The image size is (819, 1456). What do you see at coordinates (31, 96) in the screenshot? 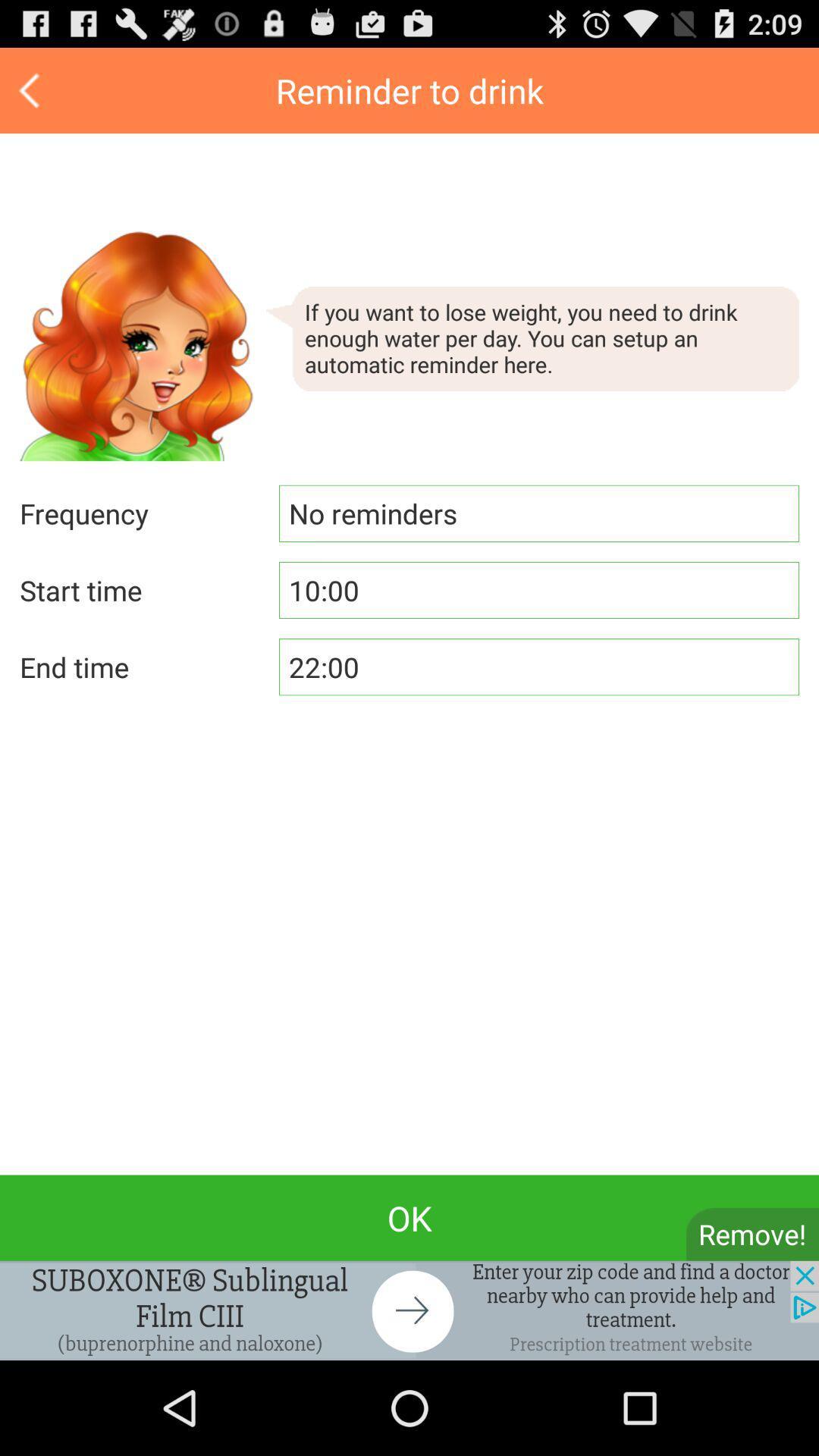
I see `the arrow_backward icon` at bounding box center [31, 96].